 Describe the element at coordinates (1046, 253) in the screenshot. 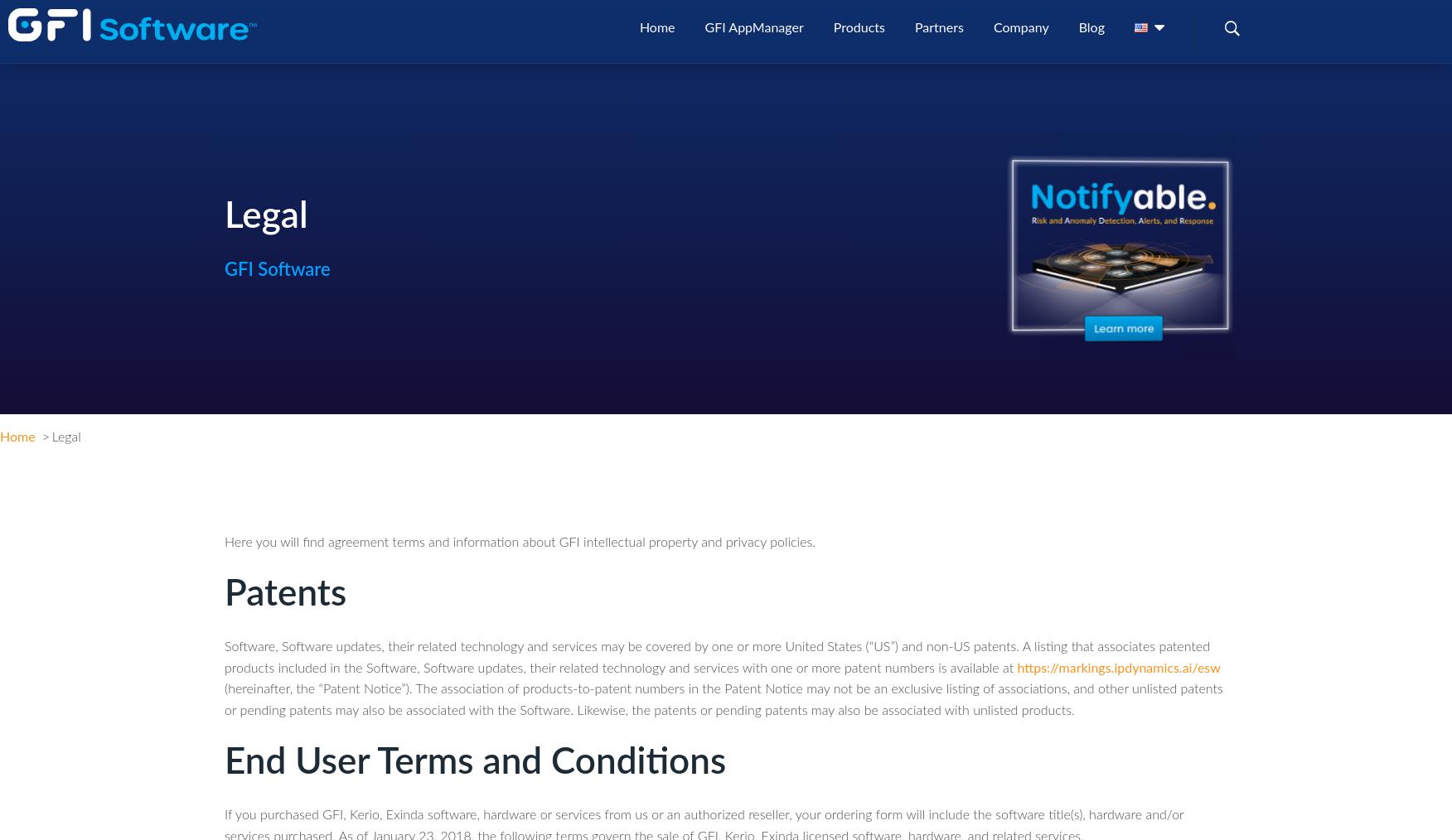

I see `'Press Center'` at that location.